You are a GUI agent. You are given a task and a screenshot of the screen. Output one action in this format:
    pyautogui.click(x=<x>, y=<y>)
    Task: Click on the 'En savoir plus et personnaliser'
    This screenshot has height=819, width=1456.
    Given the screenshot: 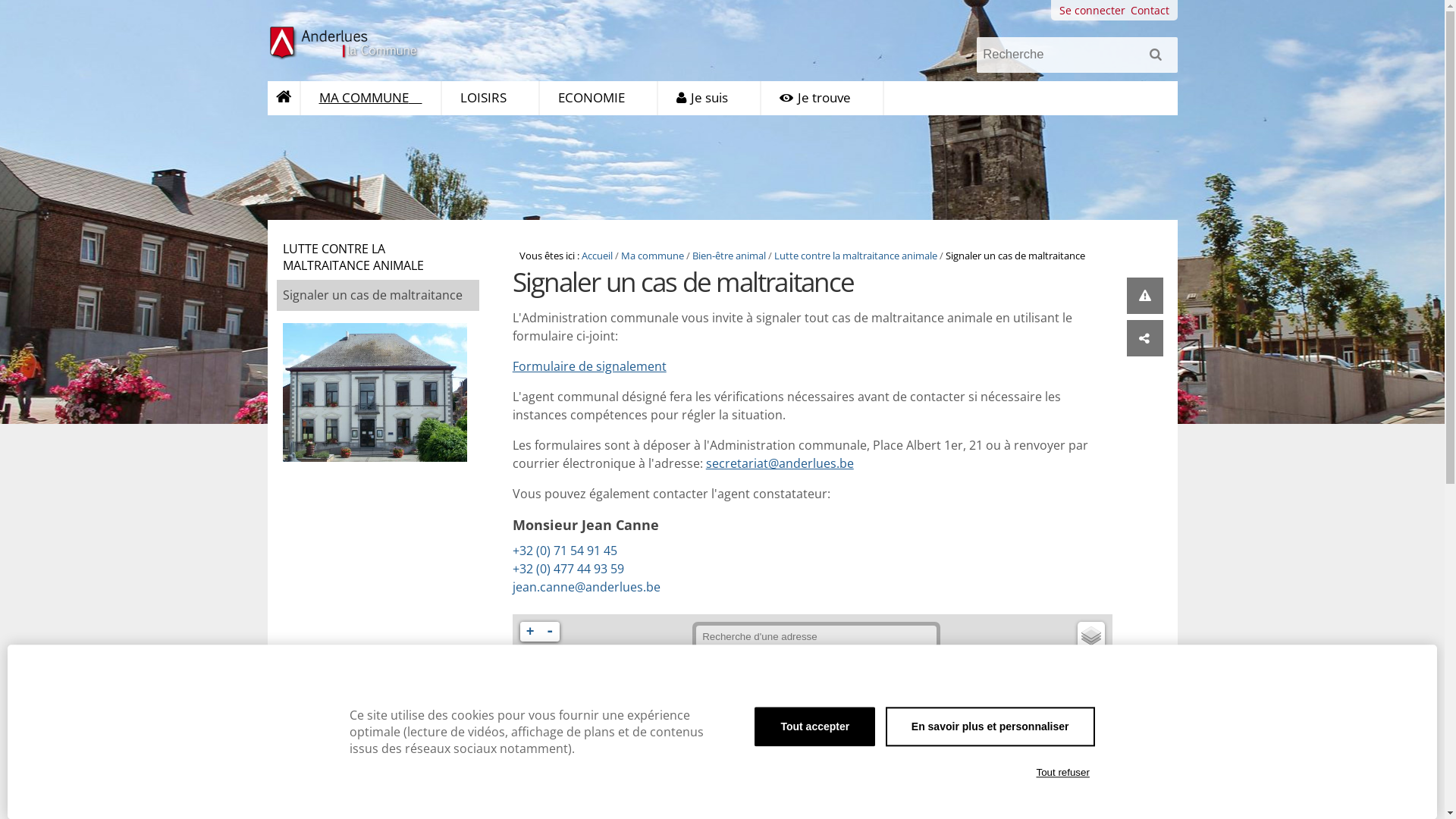 What is the action you would take?
    pyautogui.click(x=990, y=725)
    